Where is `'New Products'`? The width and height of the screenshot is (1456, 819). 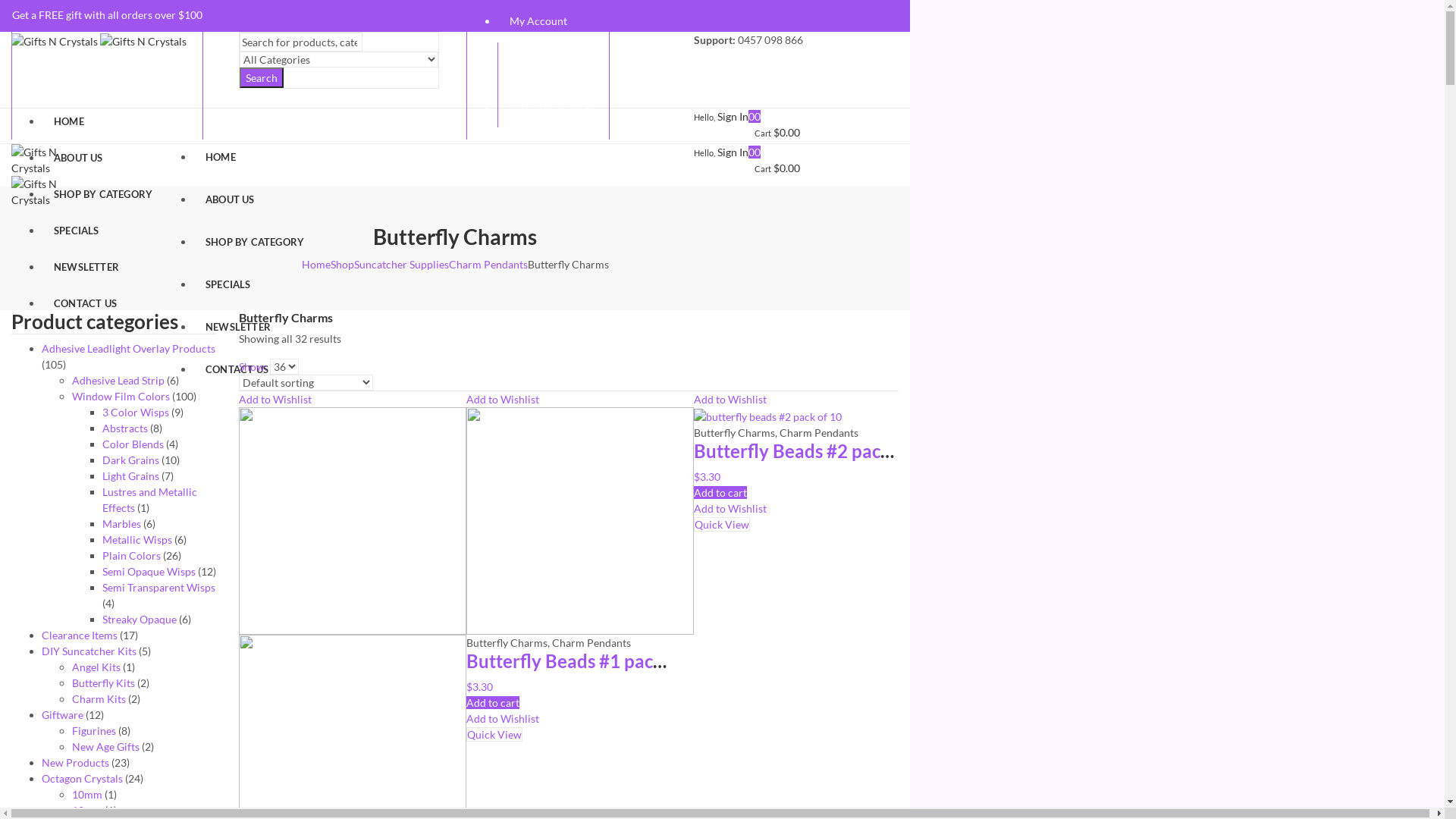
'New Products' is located at coordinates (41, 762).